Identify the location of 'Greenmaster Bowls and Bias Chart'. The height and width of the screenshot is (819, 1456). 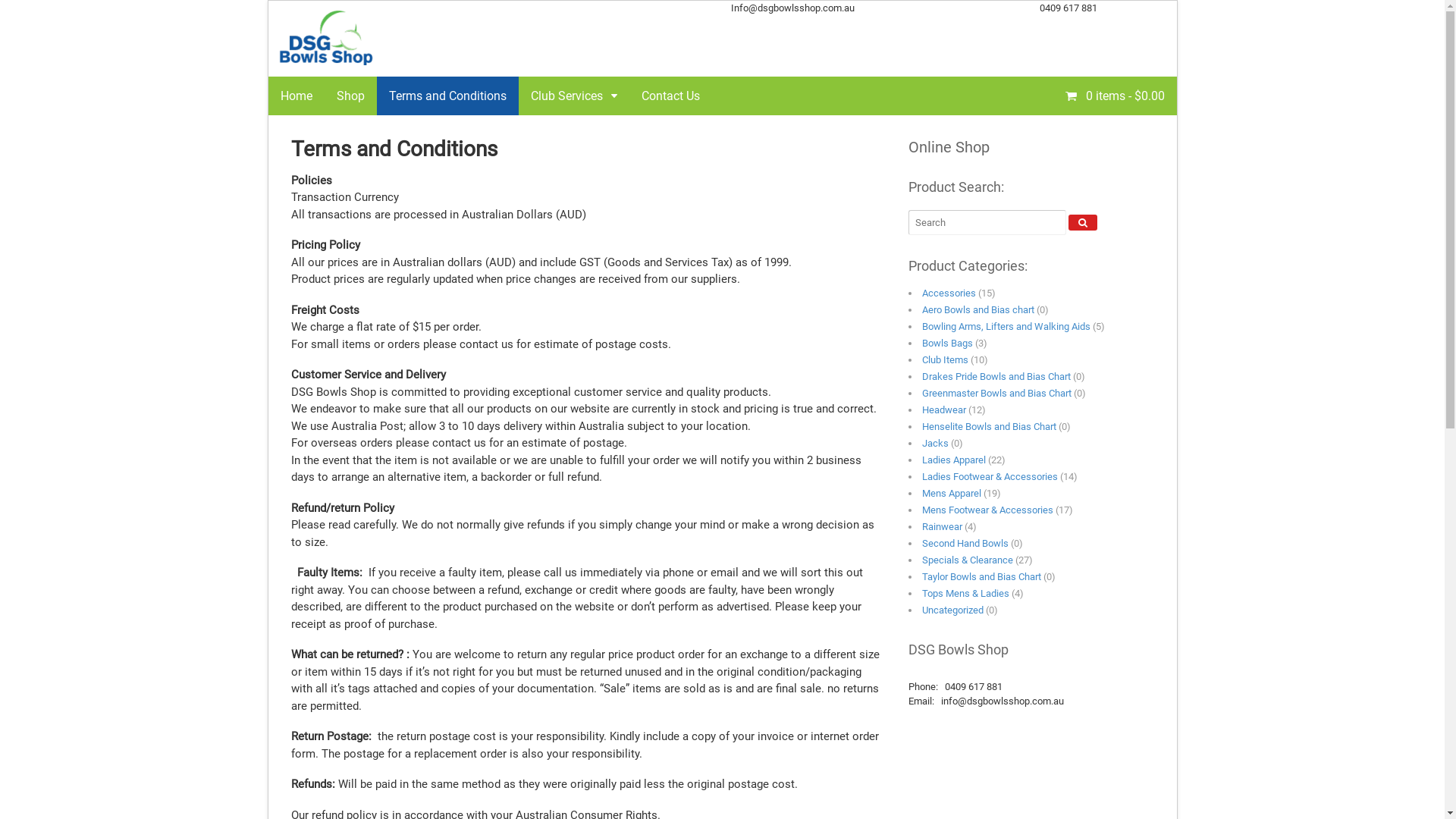
(996, 392).